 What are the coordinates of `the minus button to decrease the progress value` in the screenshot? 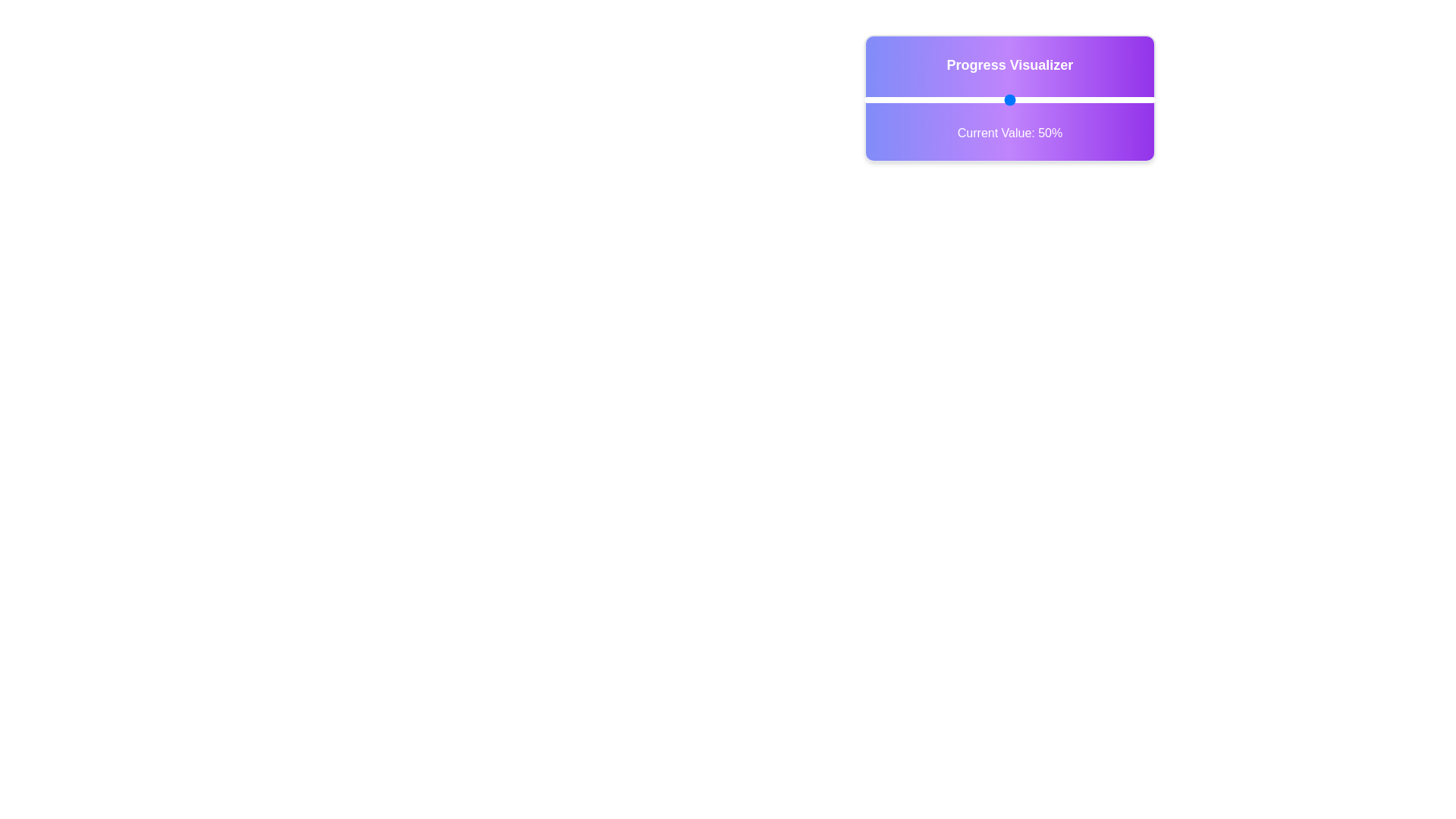 It's located at (839, 99).